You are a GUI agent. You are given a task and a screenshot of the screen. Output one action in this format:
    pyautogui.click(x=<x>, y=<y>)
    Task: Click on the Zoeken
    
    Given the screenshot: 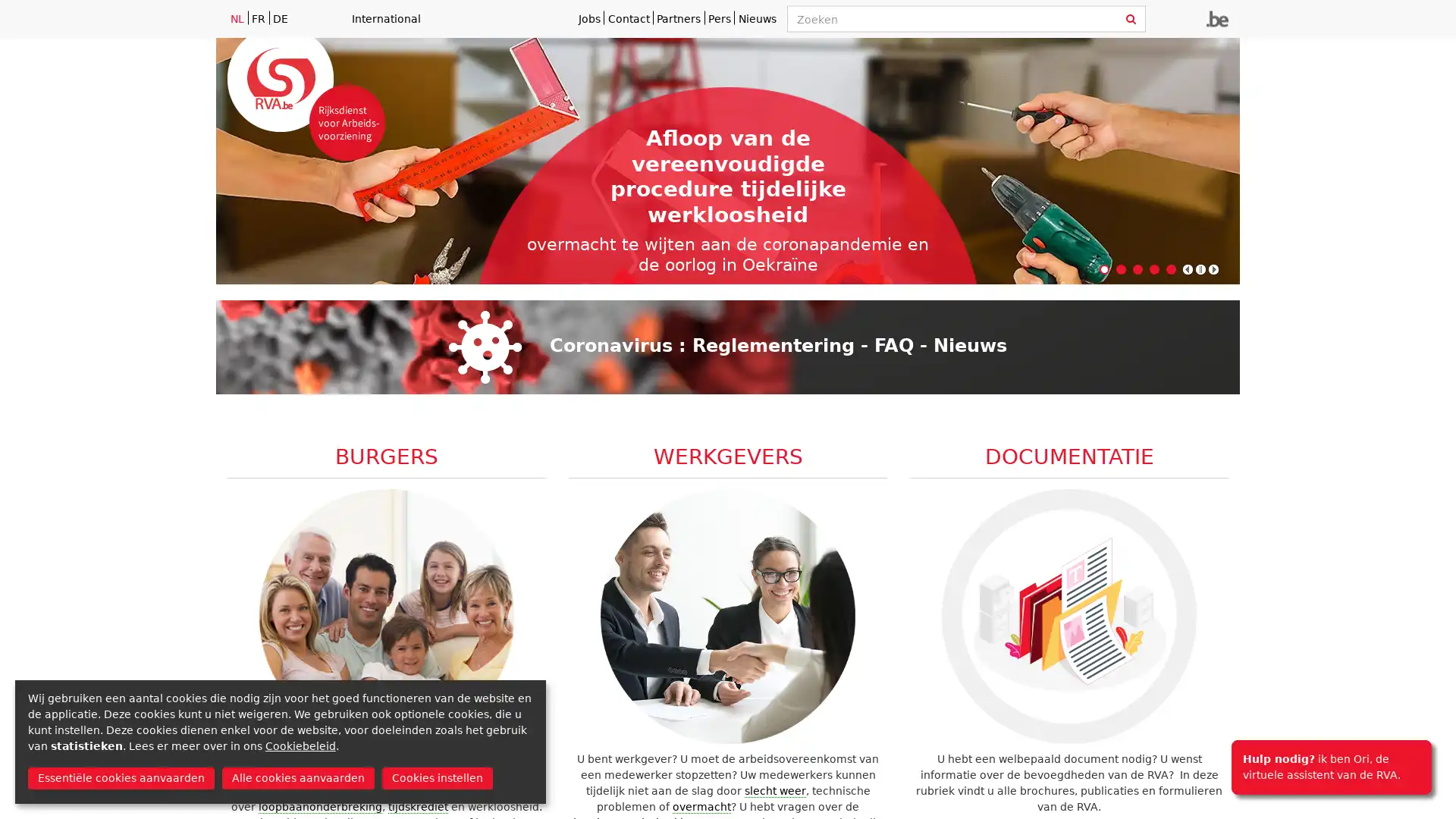 What is the action you would take?
    pyautogui.click(x=1131, y=18)
    